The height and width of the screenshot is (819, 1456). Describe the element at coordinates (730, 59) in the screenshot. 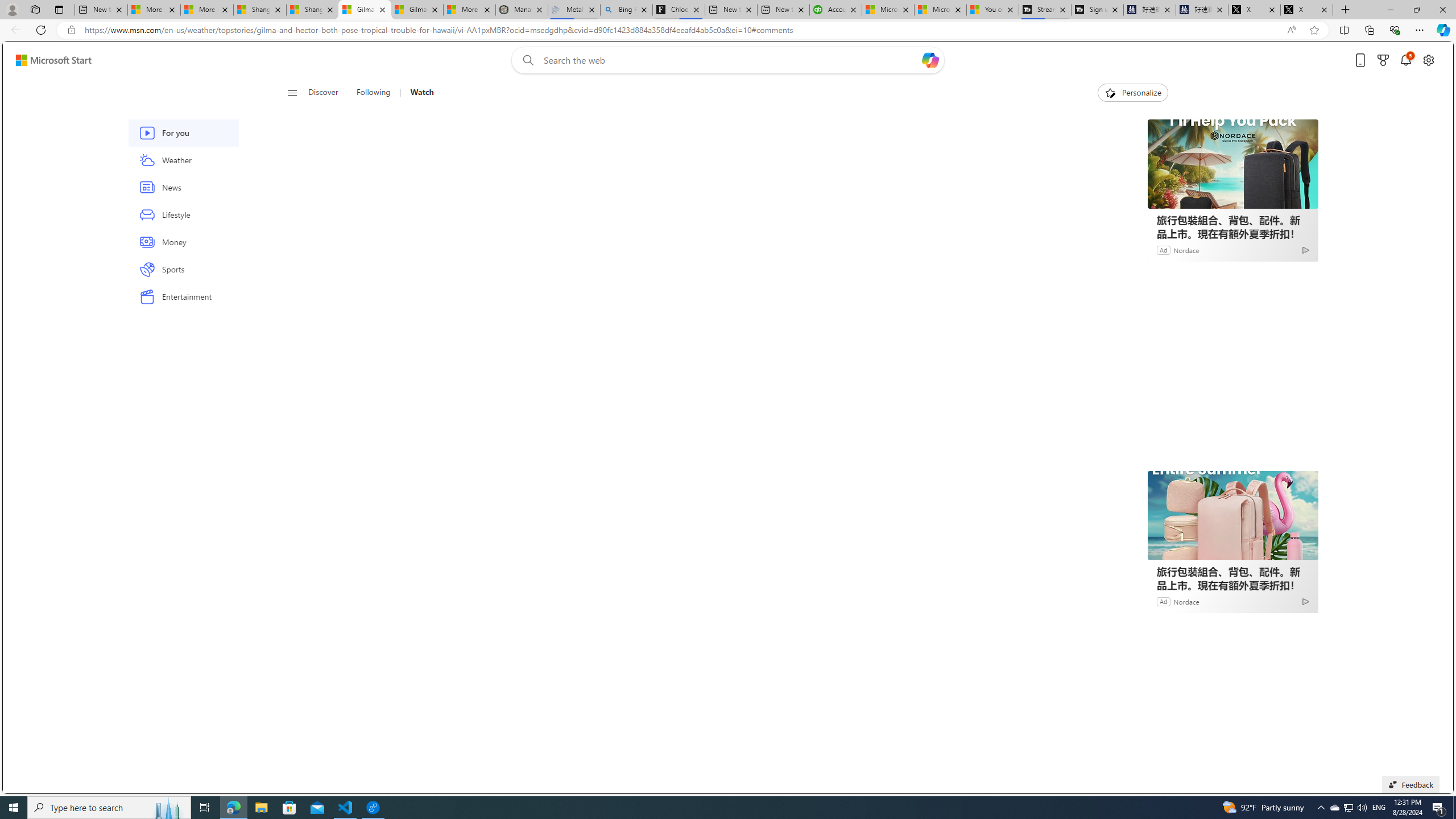

I see `'Enter your search term'` at that location.